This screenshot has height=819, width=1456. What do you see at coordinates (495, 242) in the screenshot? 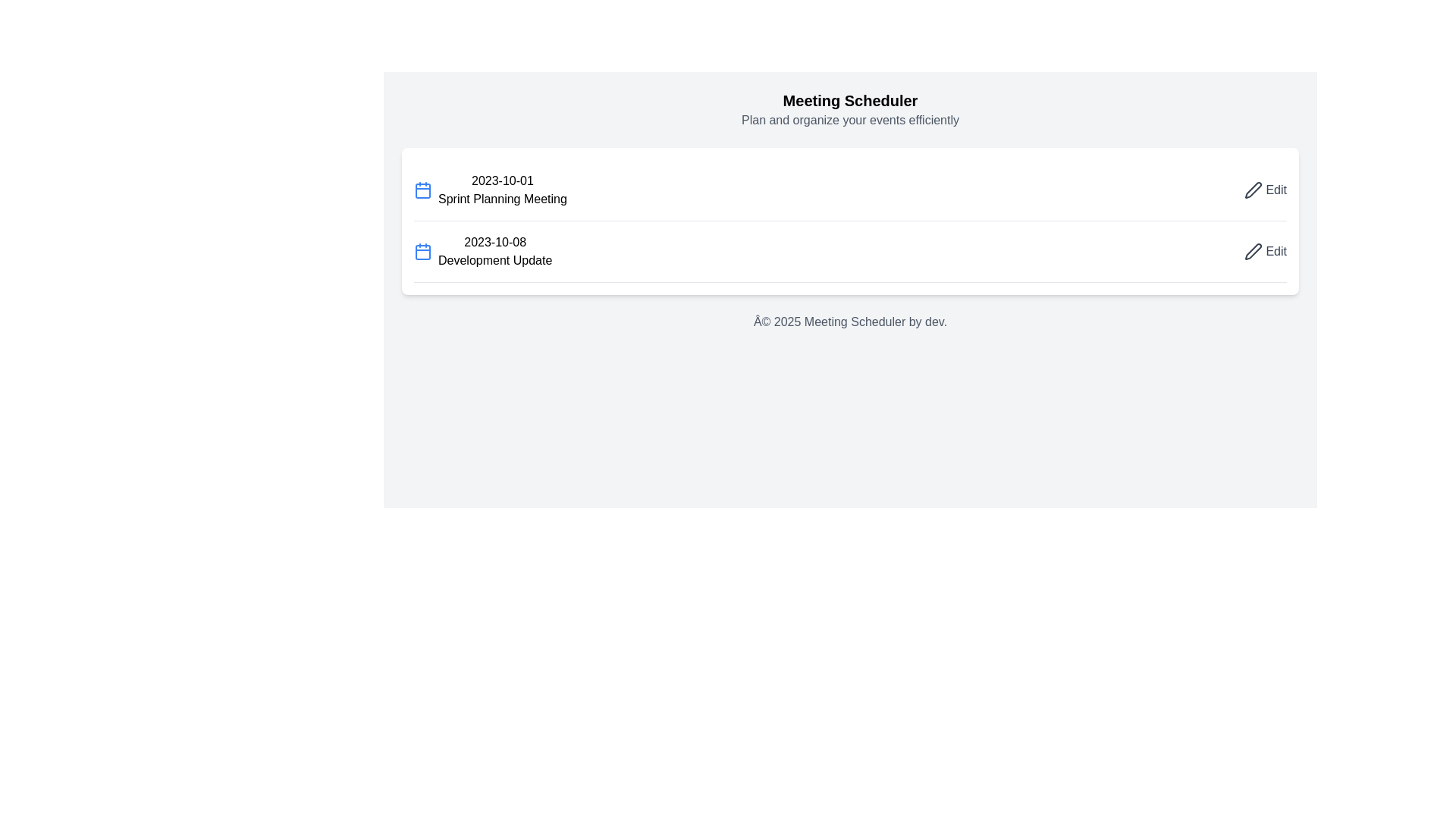
I see `the text label displaying '2023-10-08', which is positioned just above the 'Development Update' text in the second row of the vertically arranged list of events` at bounding box center [495, 242].